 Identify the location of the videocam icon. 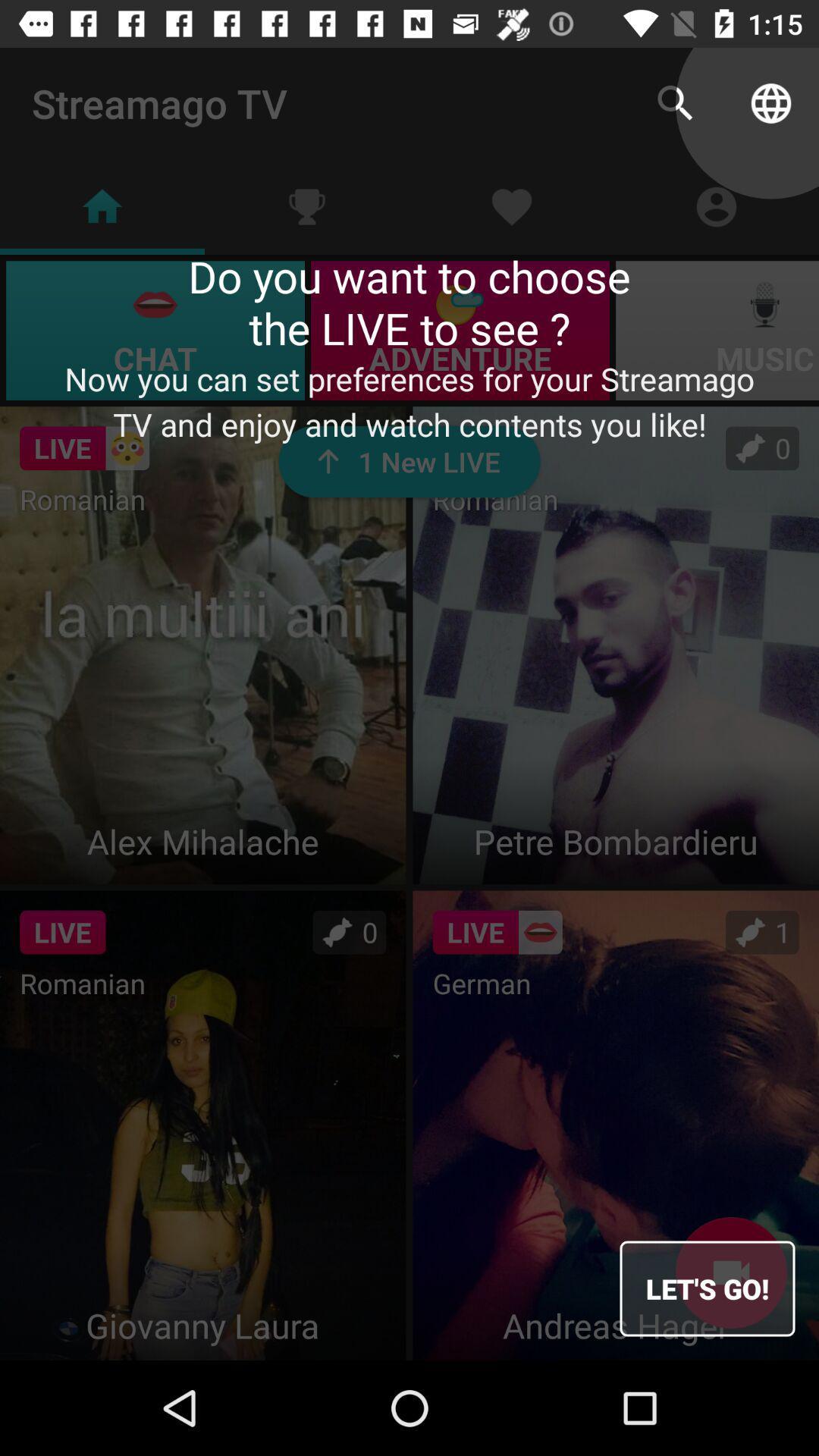
(730, 1272).